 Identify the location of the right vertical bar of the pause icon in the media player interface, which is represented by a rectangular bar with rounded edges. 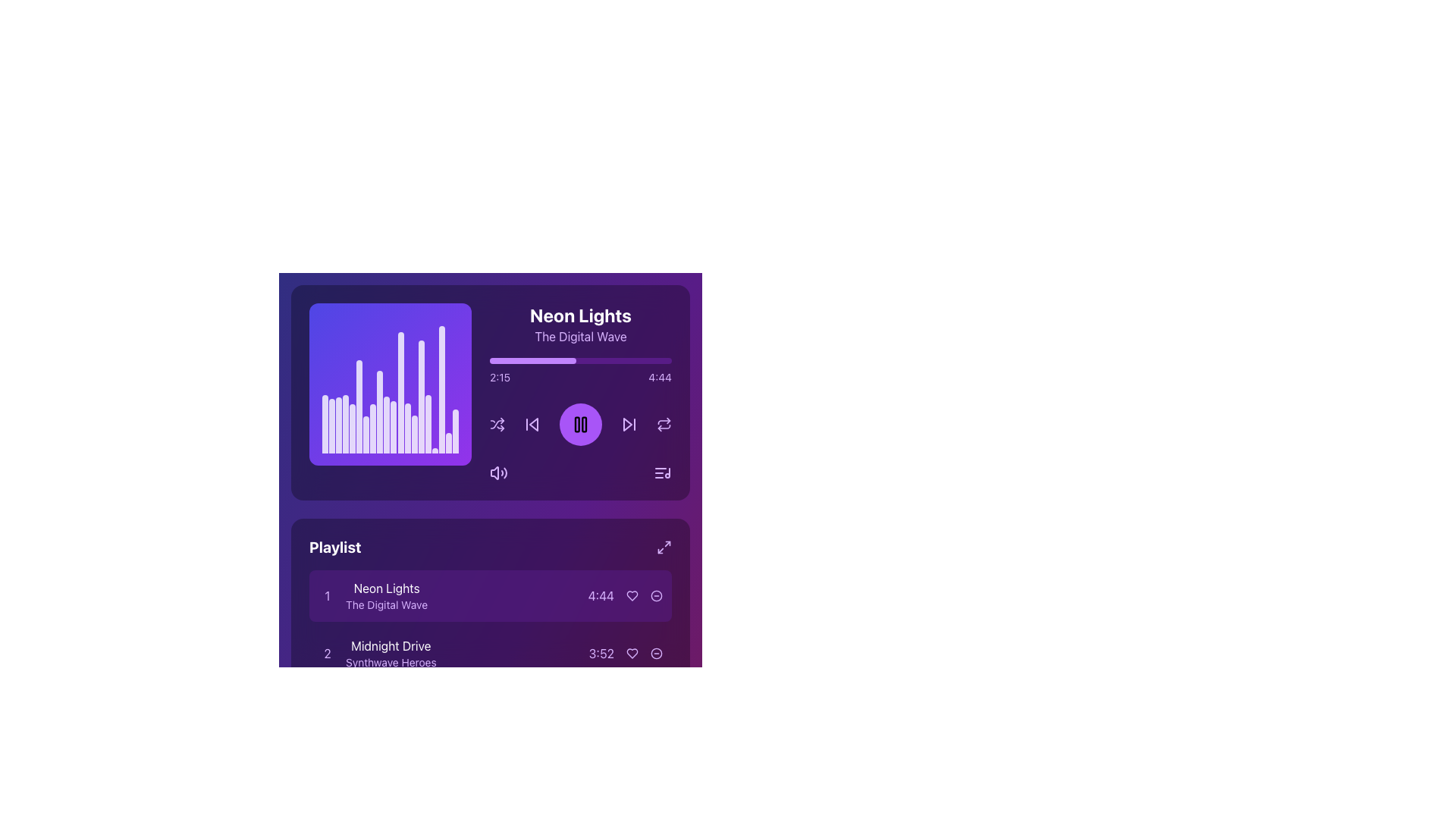
(583, 424).